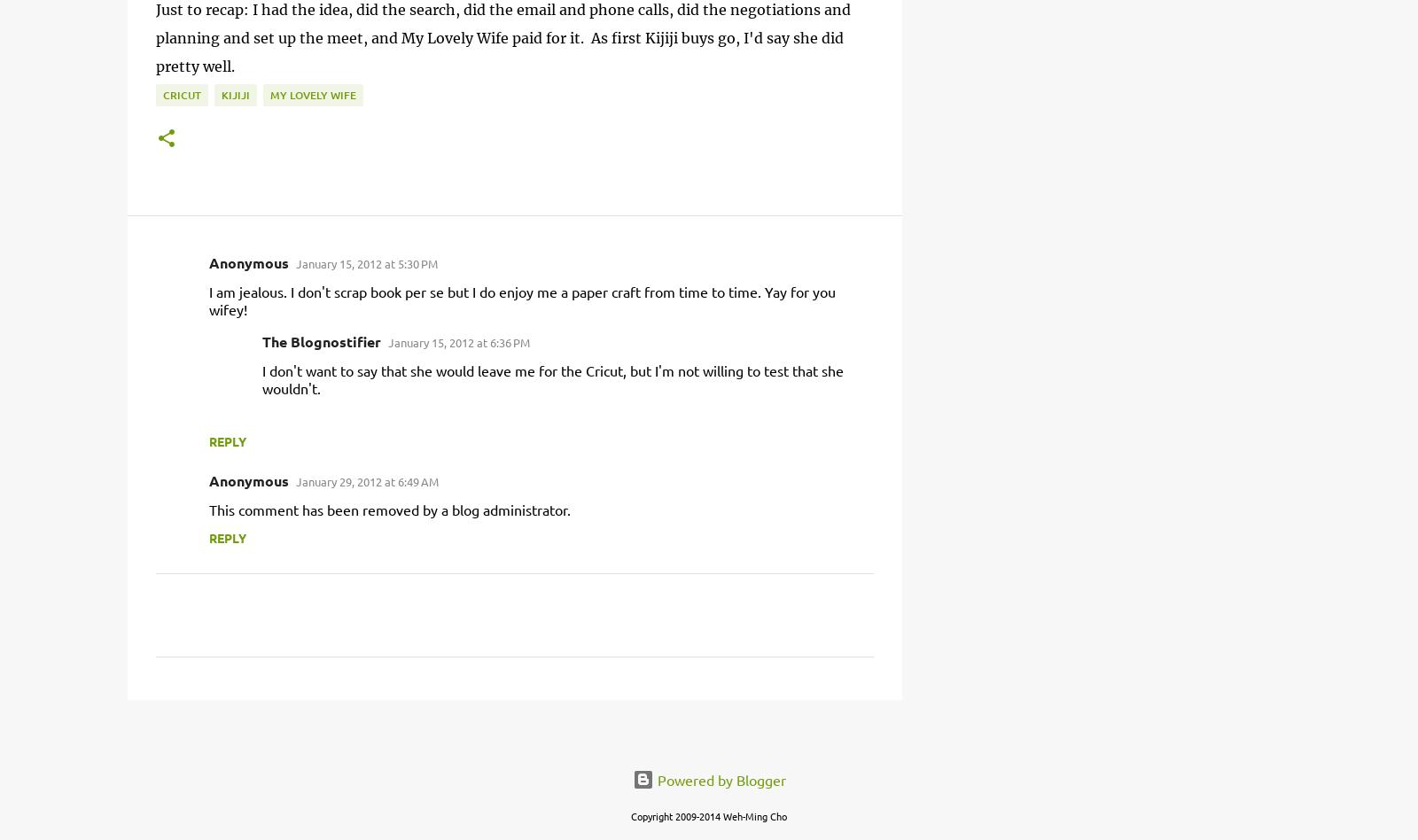 This screenshot has width=1418, height=840. I want to click on 'my lovely wife', so click(313, 95).